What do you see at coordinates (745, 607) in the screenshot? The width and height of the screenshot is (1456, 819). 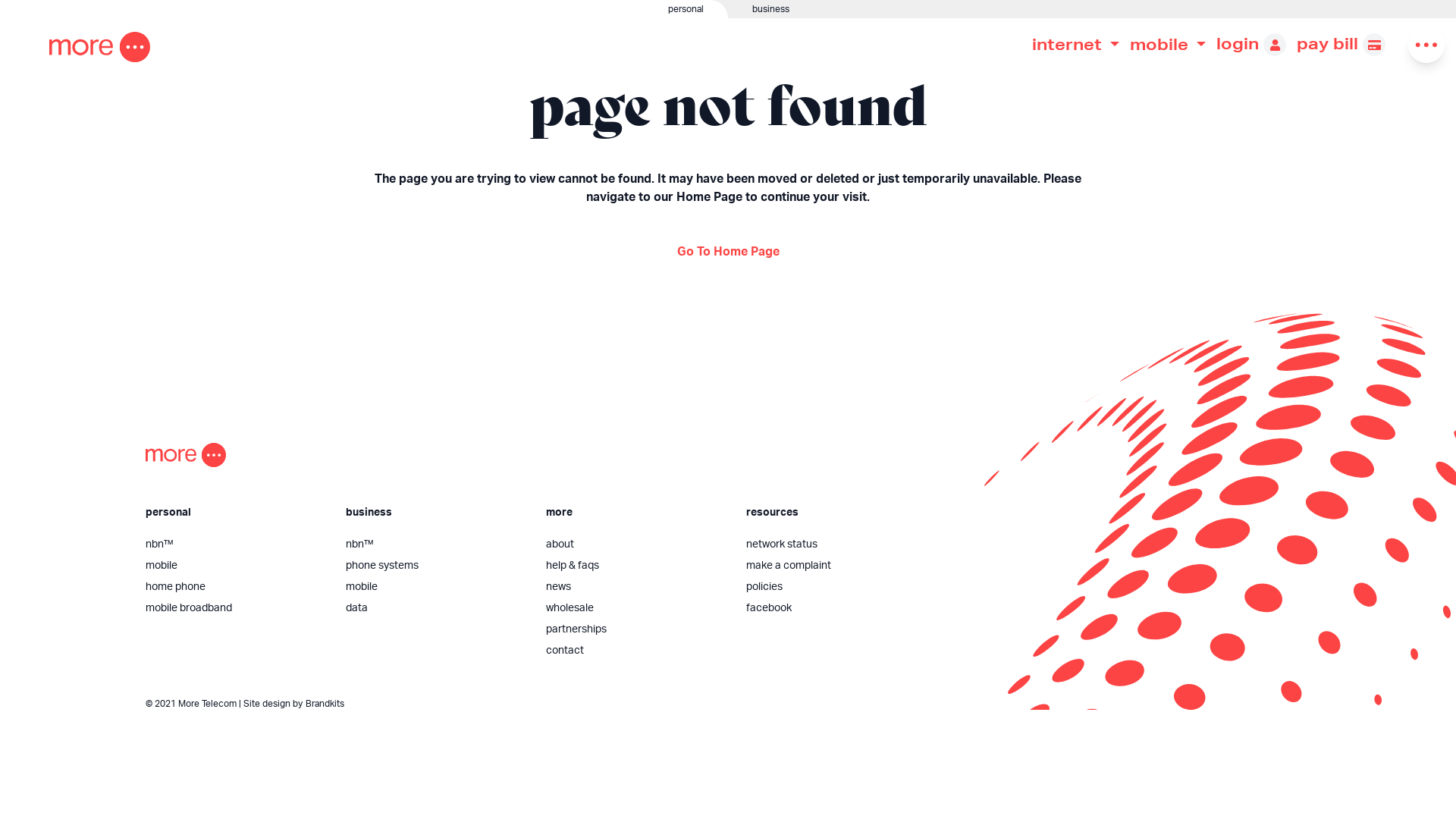 I see `'facebook'` at bounding box center [745, 607].